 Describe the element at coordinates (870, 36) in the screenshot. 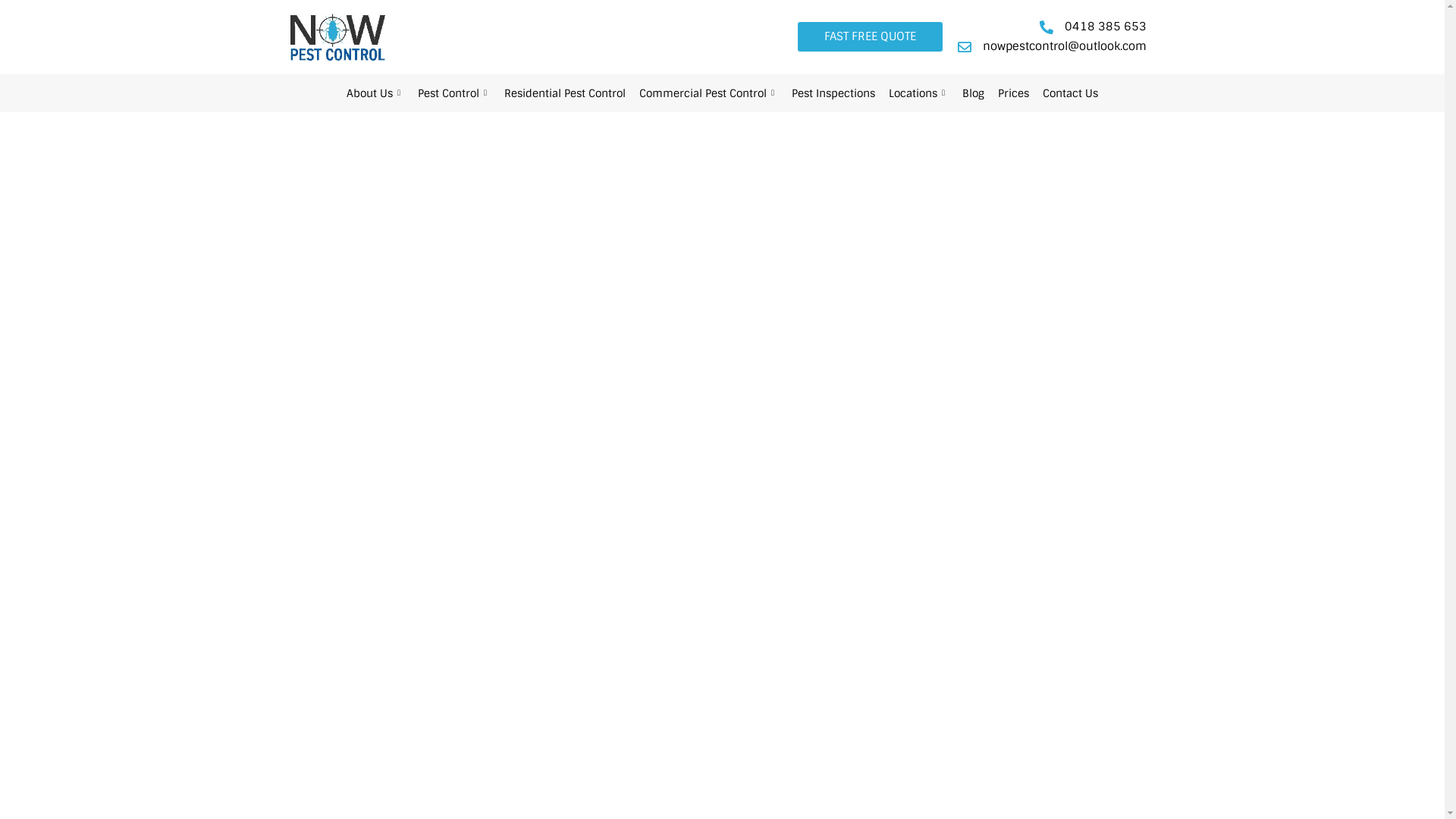

I see `'FAST FREE QUOTE'` at that location.